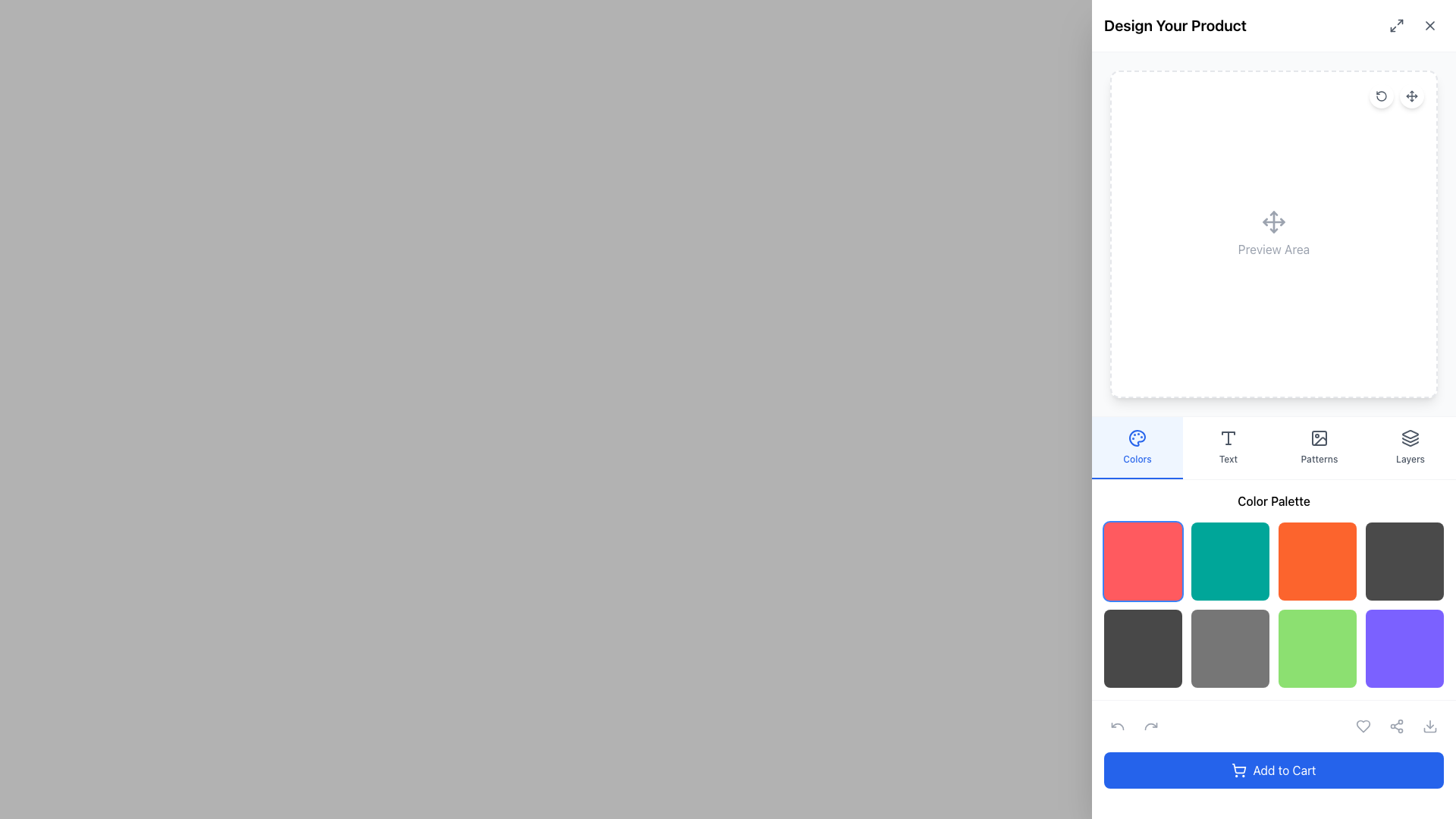 The height and width of the screenshot is (819, 1456). What do you see at coordinates (1396, 26) in the screenshot?
I see `the gray outward-pointing arrow icon located in the top-right corner of the 'Design Your Product' panel to trigger potential tooltip or visual feedback` at bounding box center [1396, 26].